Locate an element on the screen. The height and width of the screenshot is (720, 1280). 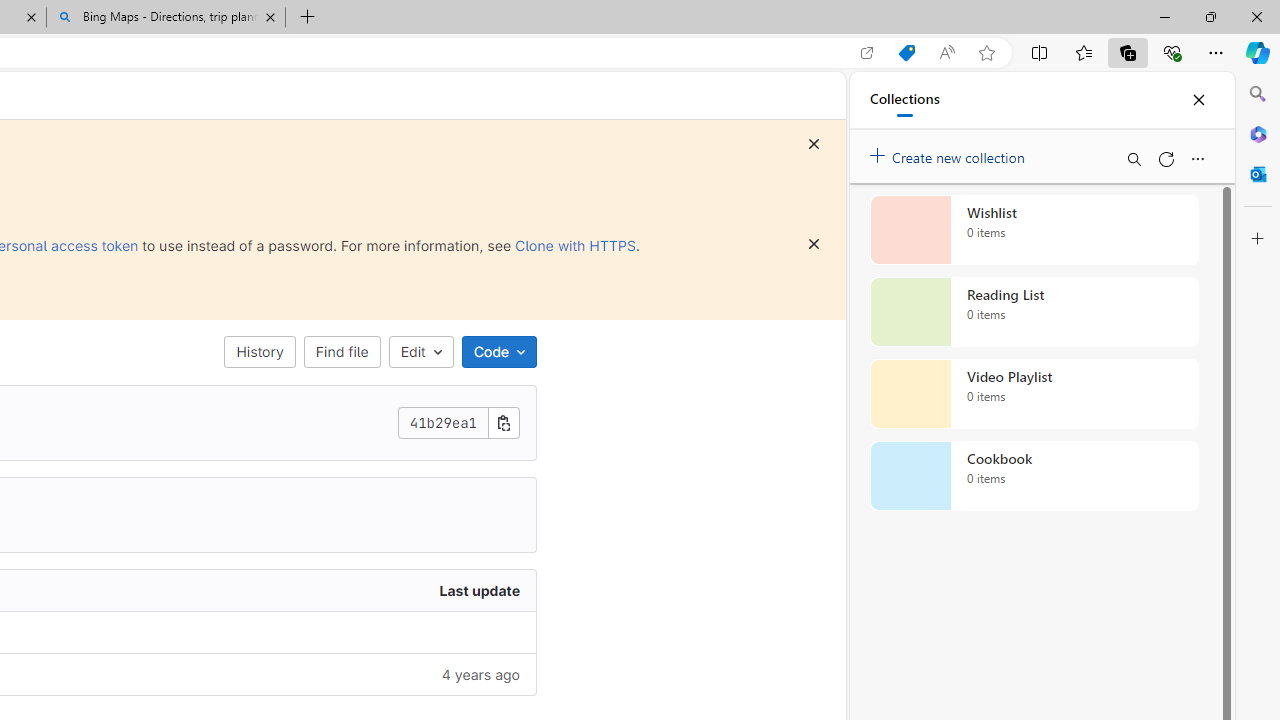
'Class: s16 gl-icon gl-button-icon ' is located at coordinates (814, 243).